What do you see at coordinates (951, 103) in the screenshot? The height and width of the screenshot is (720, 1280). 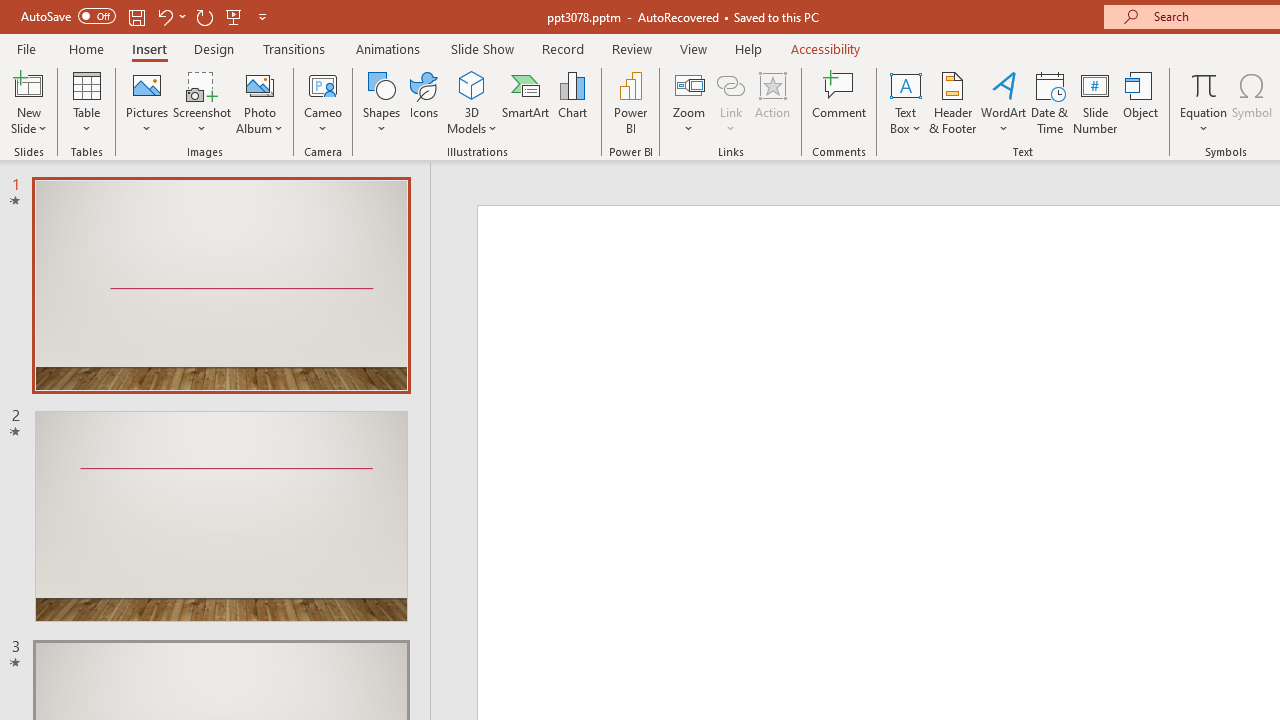 I see `'Header & Footer...'` at bounding box center [951, 103].